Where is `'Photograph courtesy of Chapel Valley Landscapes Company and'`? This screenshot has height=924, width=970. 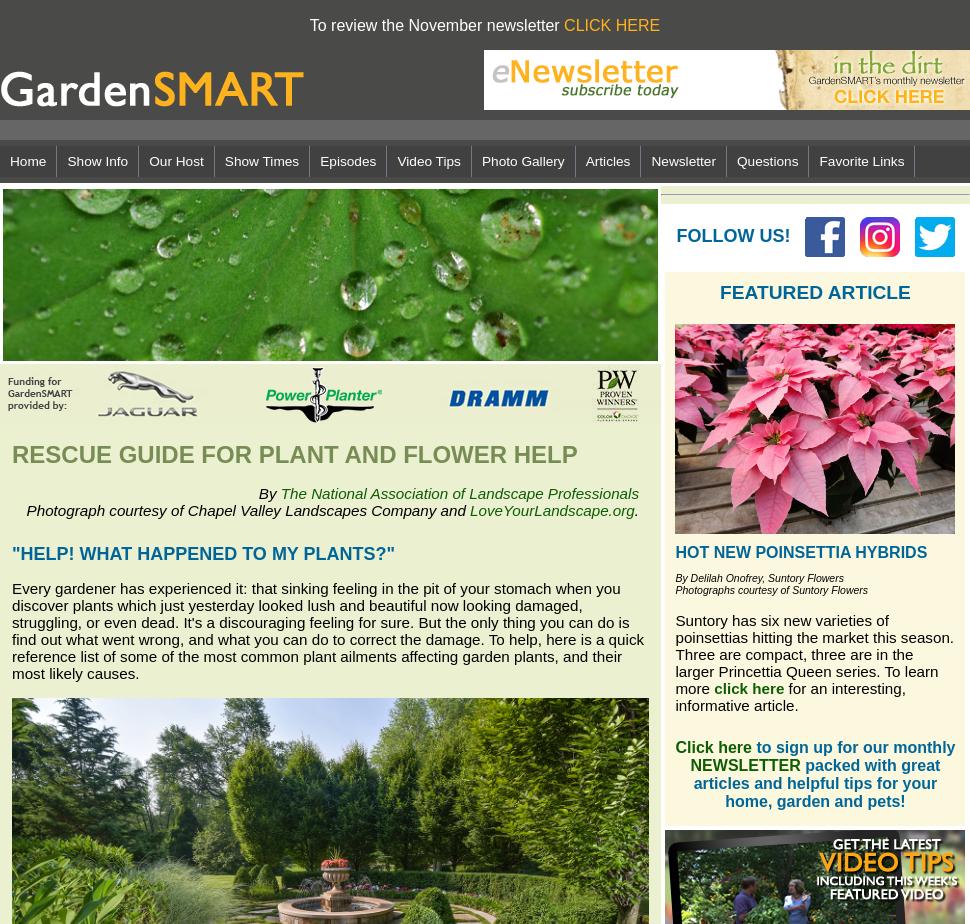 'Photograph courtesy of Chapel Valley Landscapes Company and' is located at coordinates (247, 510).